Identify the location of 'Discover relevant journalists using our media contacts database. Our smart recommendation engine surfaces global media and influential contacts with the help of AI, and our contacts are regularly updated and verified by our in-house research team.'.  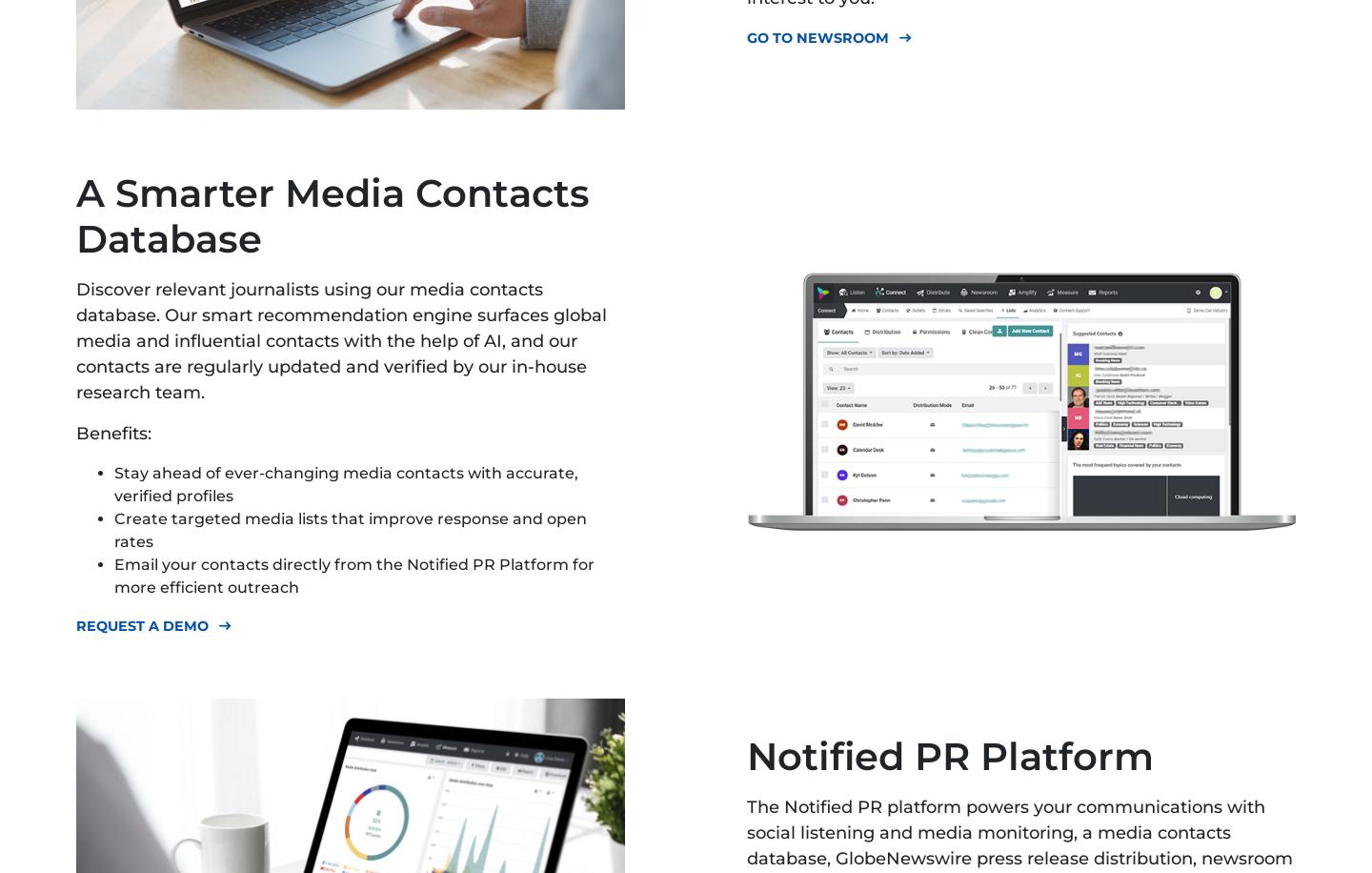
(341, 340).